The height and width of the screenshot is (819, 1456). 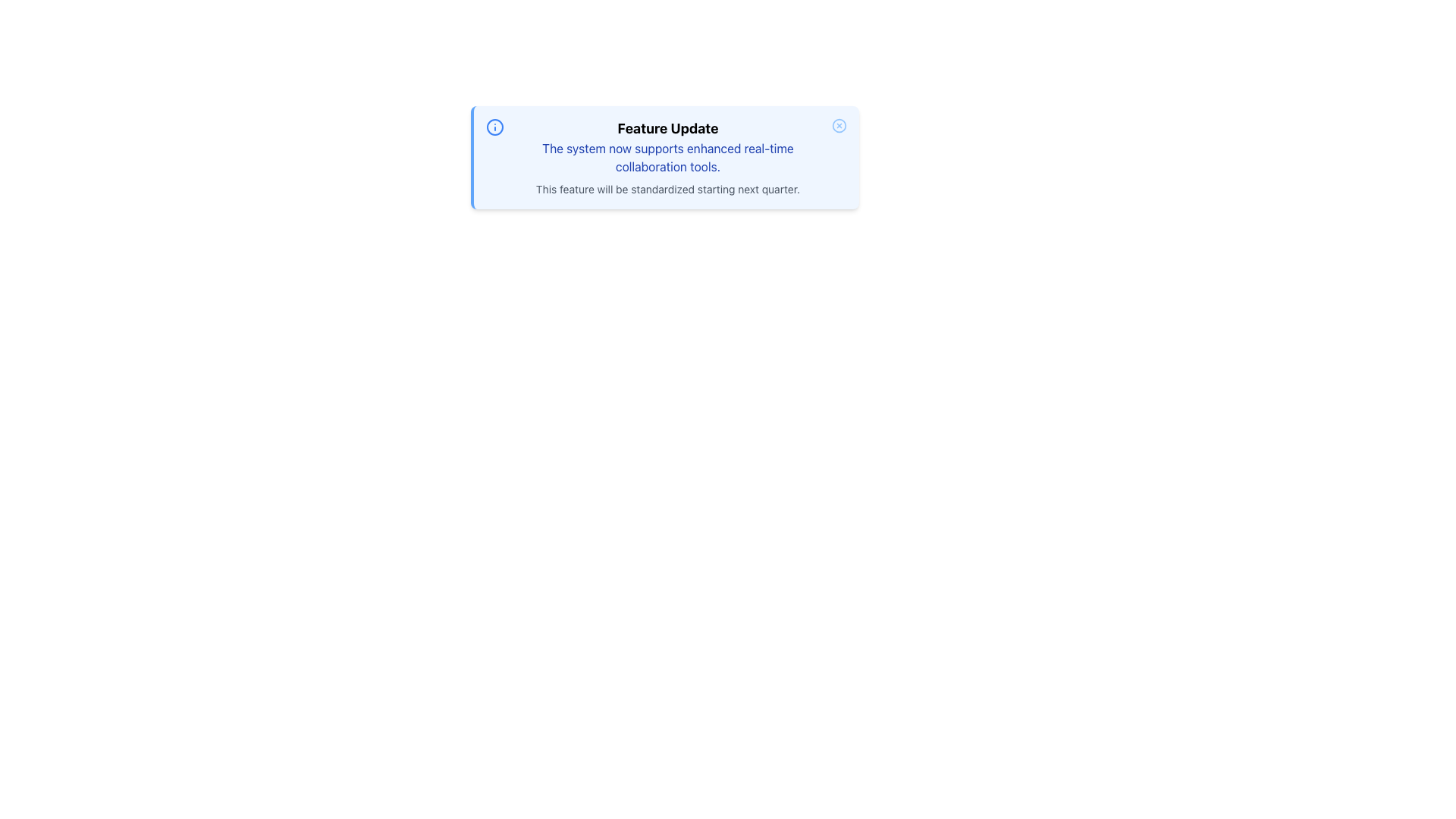 What do you see at coordinates (839, 124) in the screenshot?
I see `the dismissal button located in the top-right corner of the feature update card` at bounding box center [839, 124].